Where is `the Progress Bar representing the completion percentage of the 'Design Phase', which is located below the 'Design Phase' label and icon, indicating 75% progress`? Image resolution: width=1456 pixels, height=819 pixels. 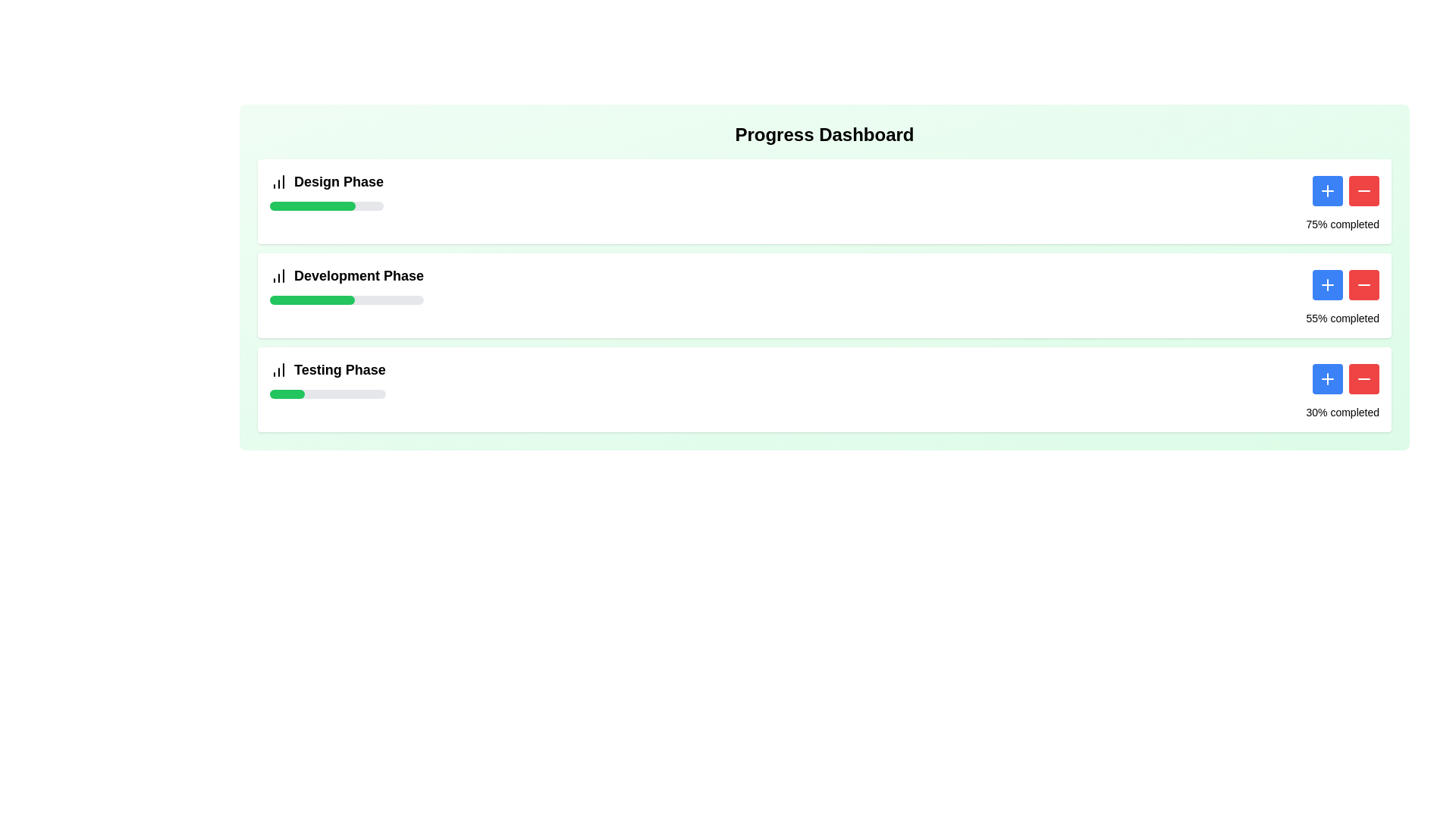
the Progress Bar representing the completion percentage of the 'Design Phase', which is located below the 'Design Phase' label and icon, indicating 75% progress is located at coordinates (326, 206).